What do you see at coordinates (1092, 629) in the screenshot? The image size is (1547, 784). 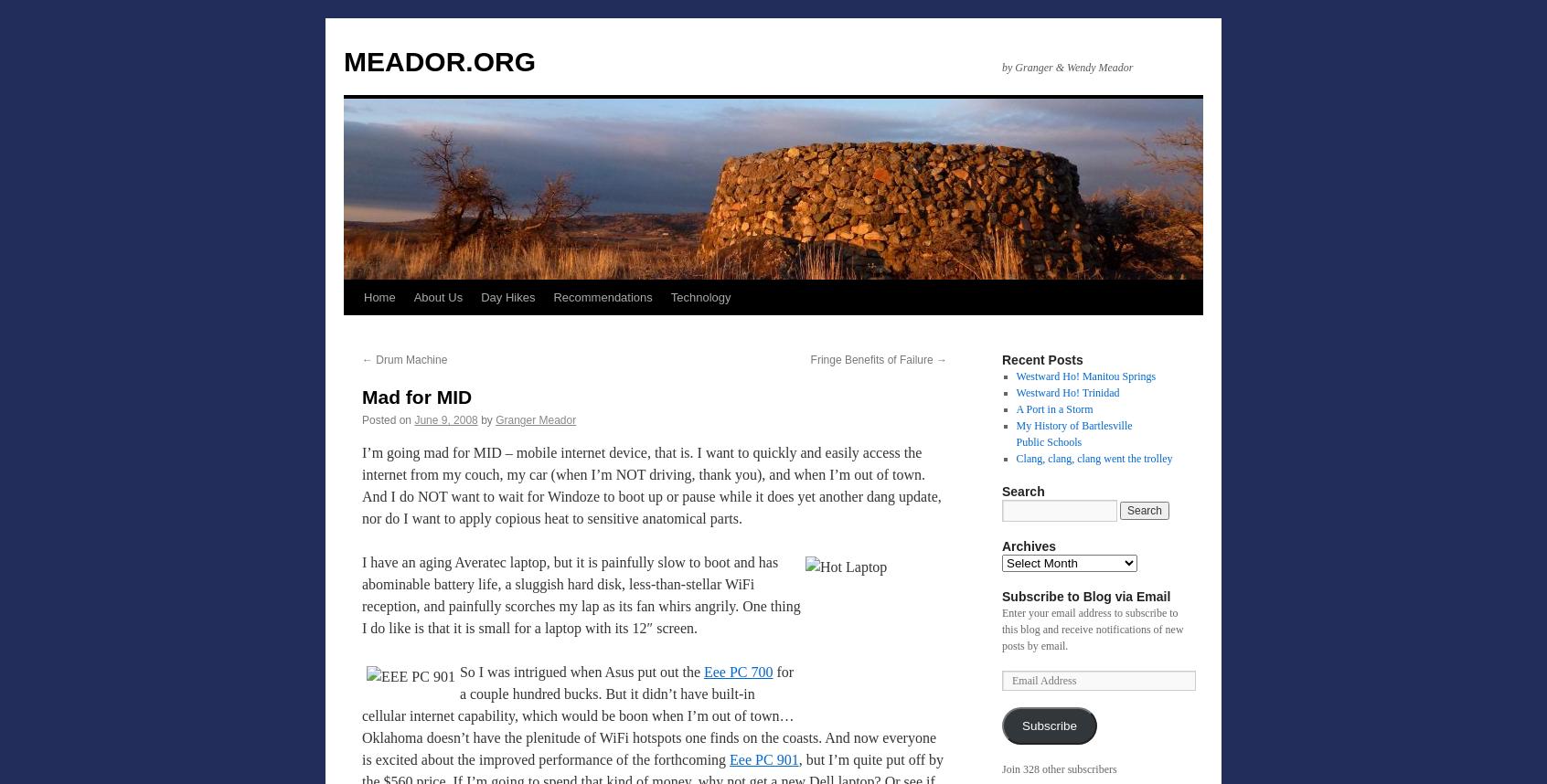 I see `'Enter your email address to subscribe to this blog and receive notifications of new posts by email.'` at bounding box center [1092, 629].